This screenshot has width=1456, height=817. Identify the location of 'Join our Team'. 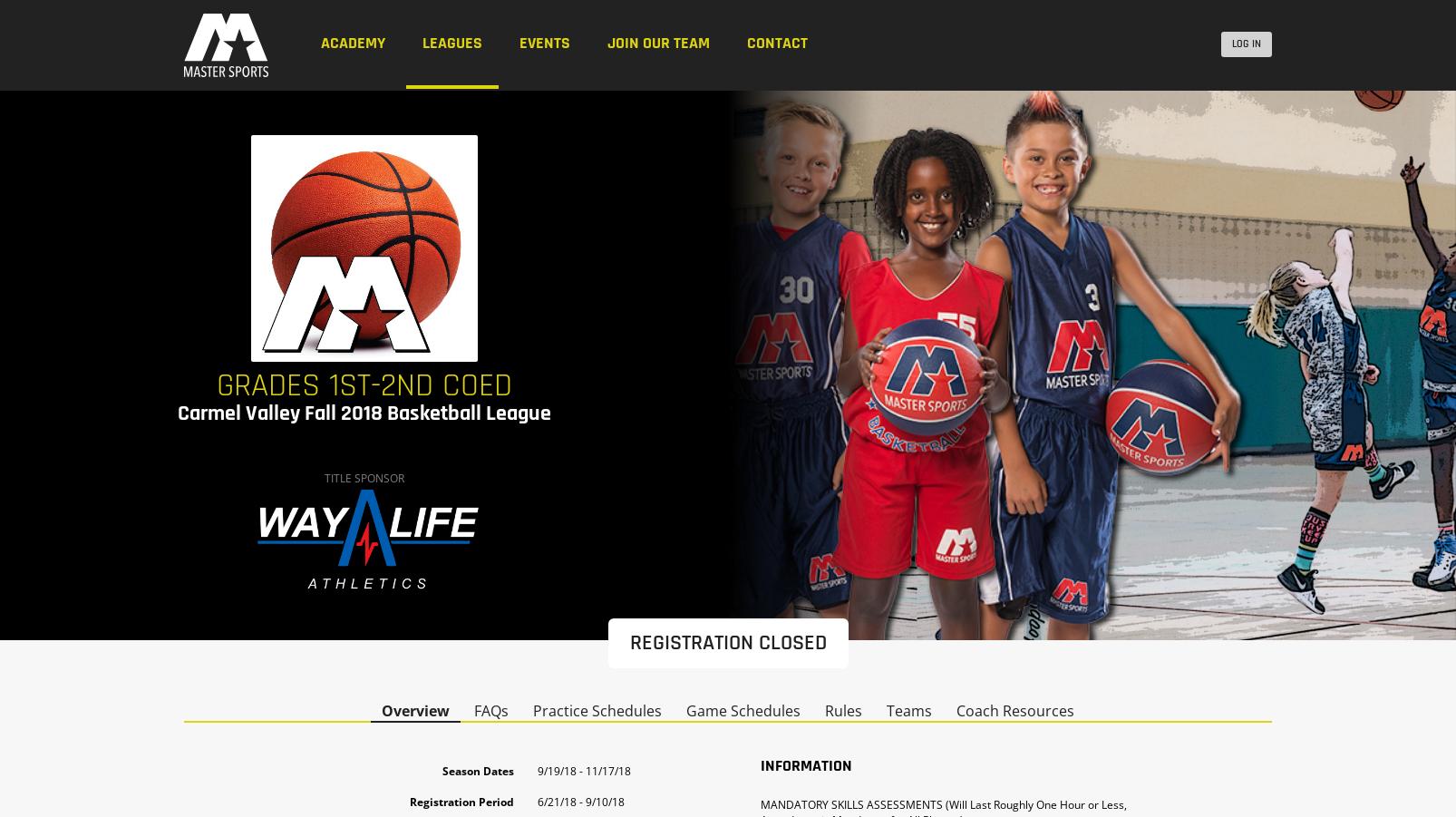
(658, 42).